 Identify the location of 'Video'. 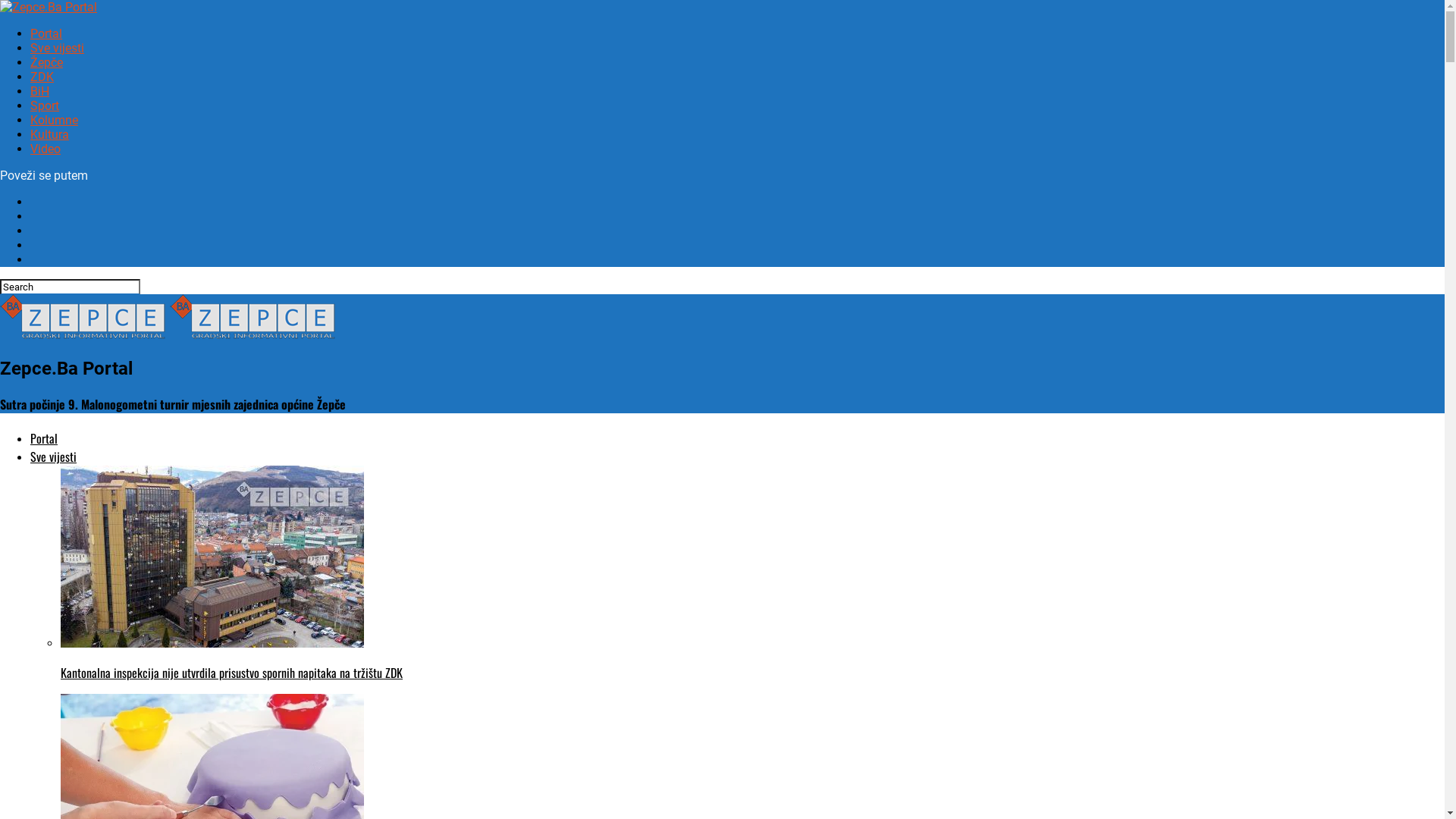
(45, 149).